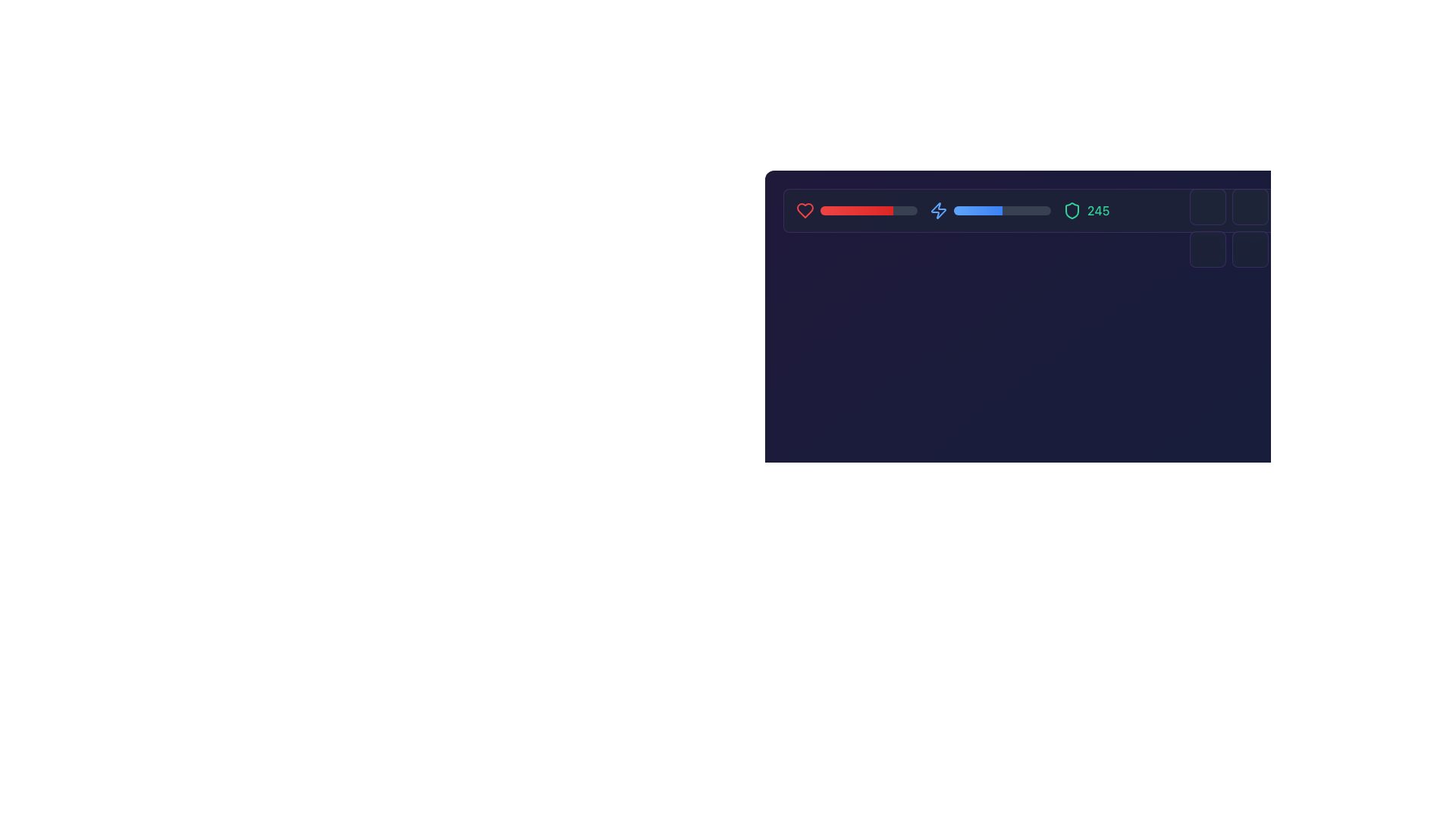  I want to click on the square button with rounded corners located in the upper-right corner of the interface, so click(1207, 207).